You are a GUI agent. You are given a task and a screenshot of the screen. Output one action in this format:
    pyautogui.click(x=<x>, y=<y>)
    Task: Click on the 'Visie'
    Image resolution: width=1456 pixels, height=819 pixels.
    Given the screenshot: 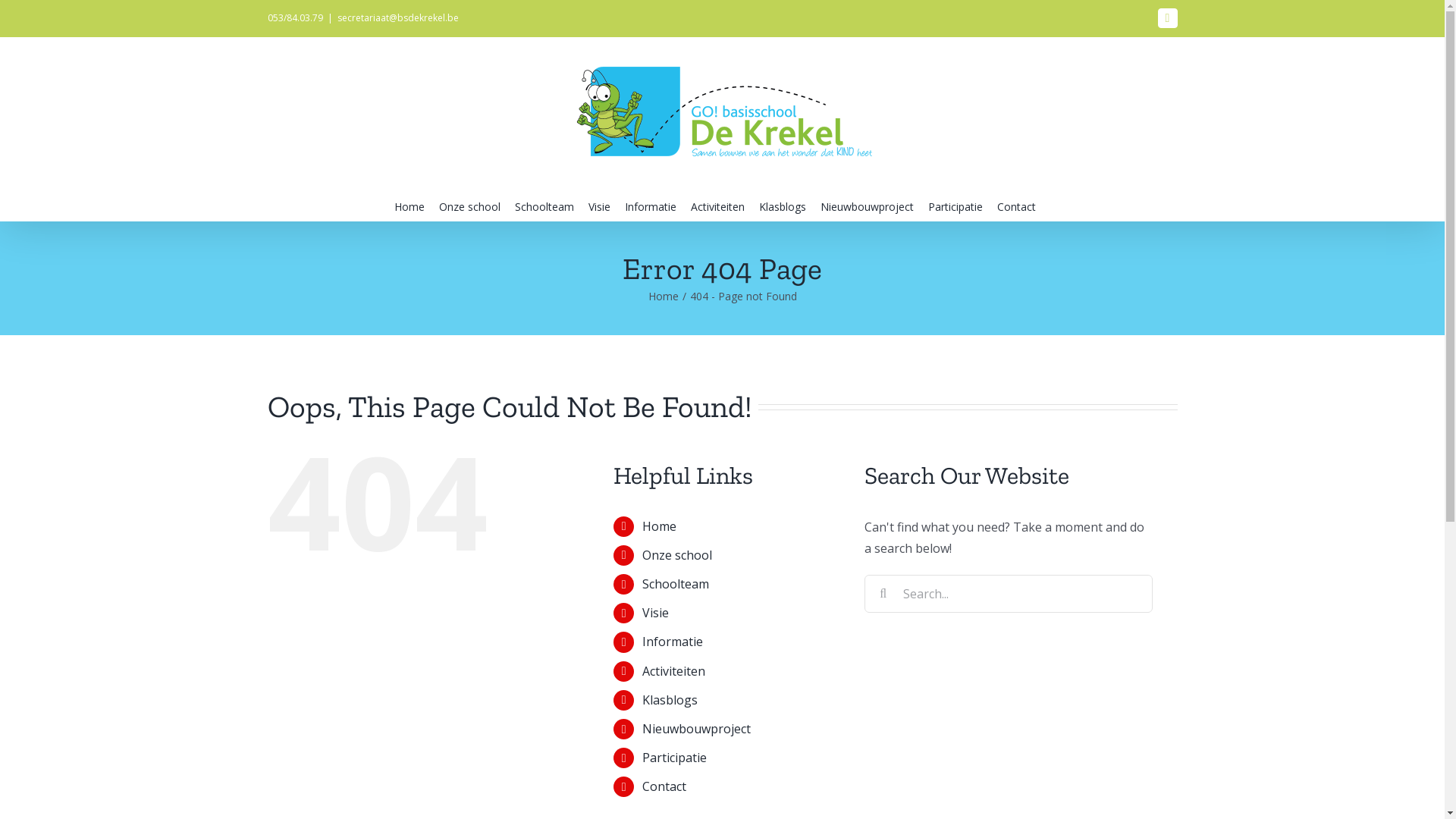 What is the action you would take?
    pyautogui.click(x=598, y=205)
    